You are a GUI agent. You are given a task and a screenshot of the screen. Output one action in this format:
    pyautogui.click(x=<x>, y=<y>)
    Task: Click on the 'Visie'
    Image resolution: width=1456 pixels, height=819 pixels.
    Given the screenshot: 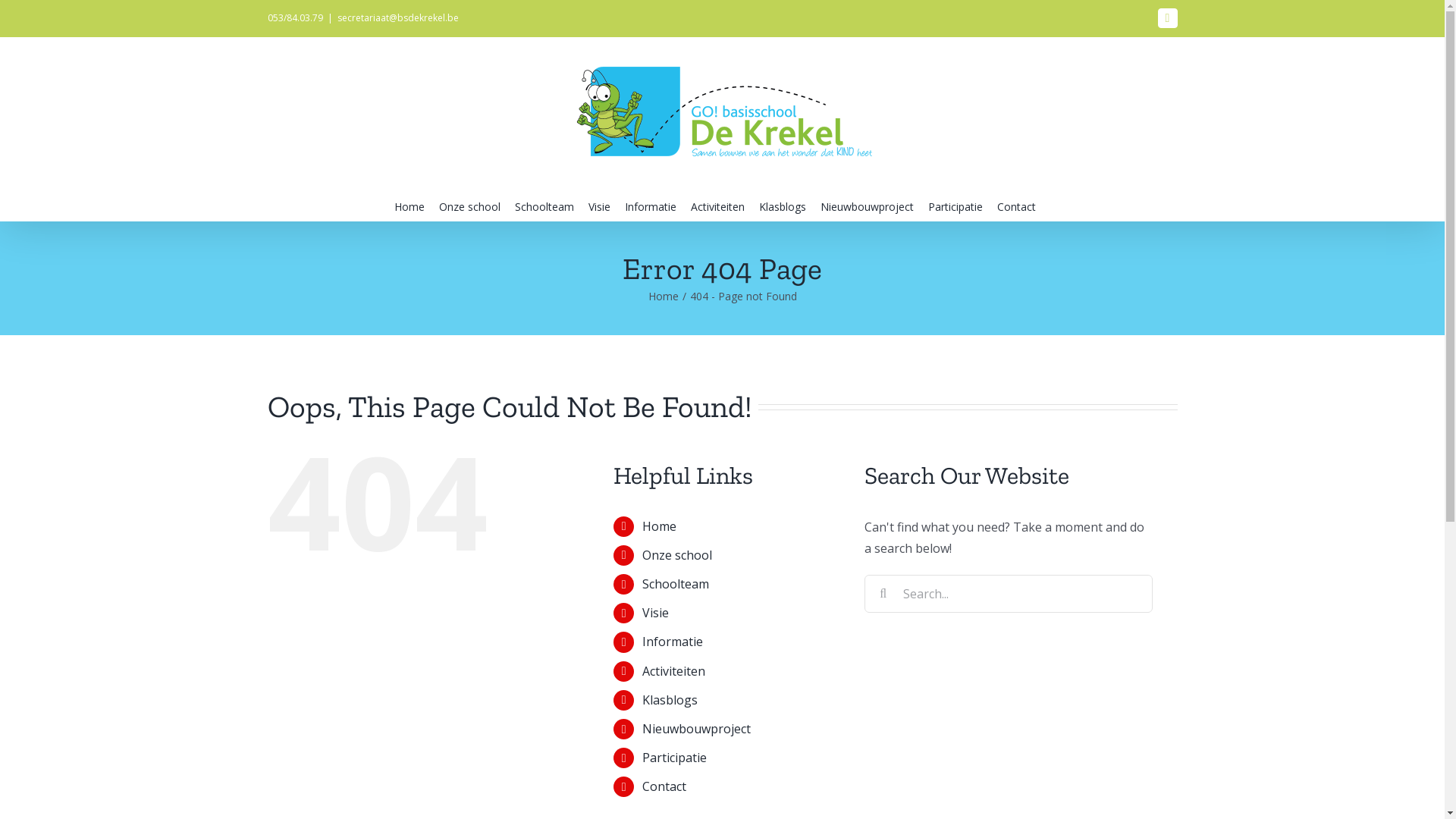 What is the action you would take?
    pyautogui.click(x=598, y=205)
    